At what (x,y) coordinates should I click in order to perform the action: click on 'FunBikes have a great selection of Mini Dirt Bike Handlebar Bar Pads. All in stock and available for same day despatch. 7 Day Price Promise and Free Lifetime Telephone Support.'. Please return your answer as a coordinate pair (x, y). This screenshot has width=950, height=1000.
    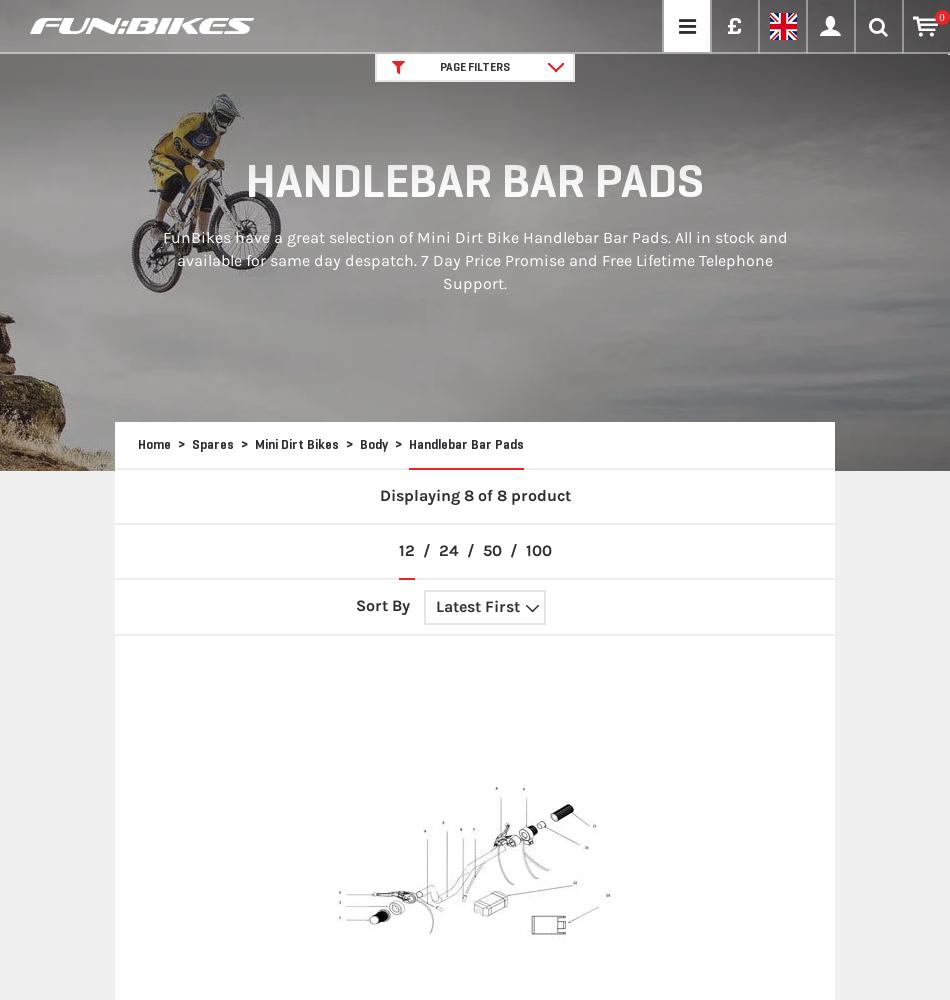
    Looking at the image, I should click on (473, 260).